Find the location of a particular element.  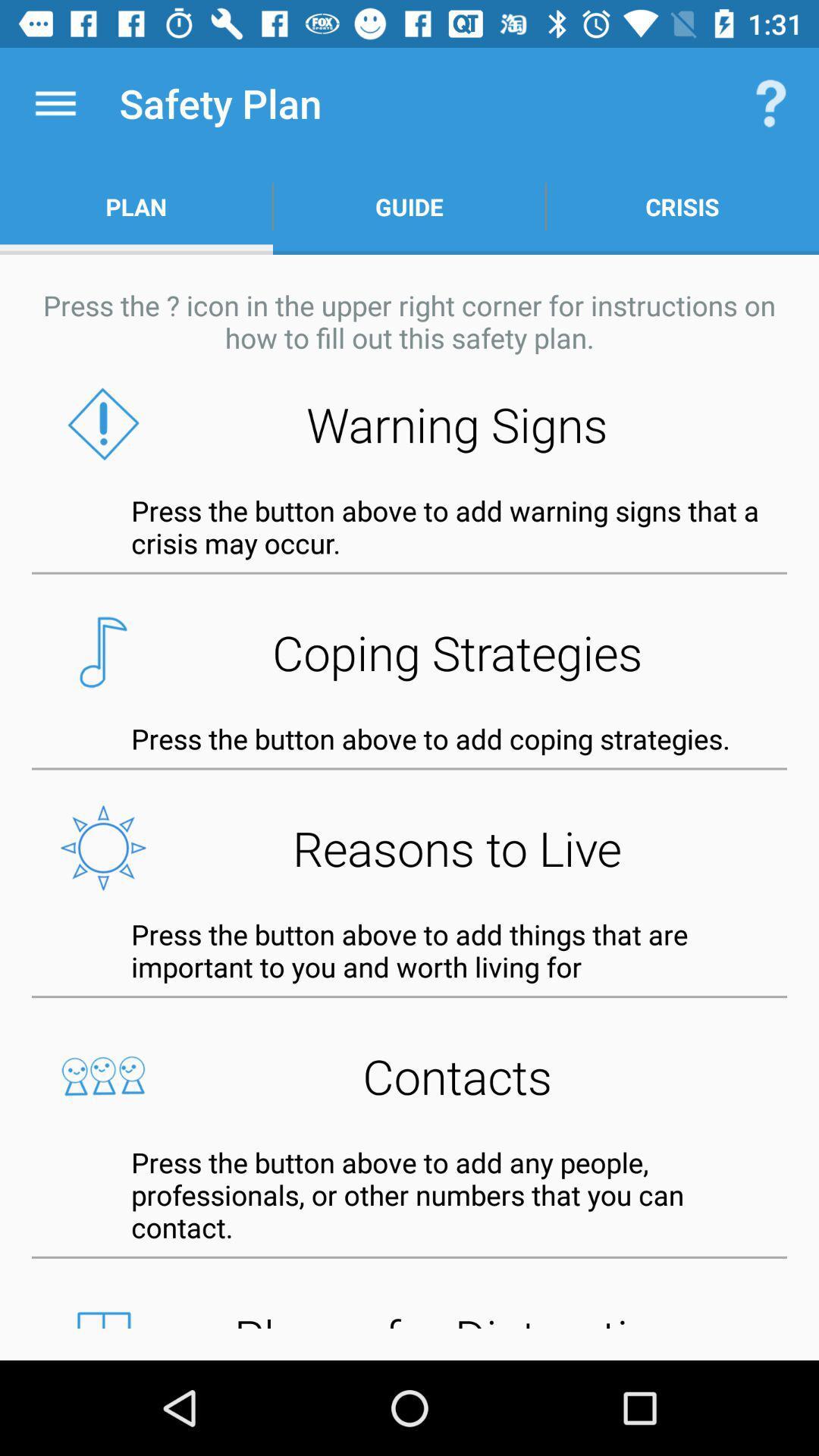

the item above the press the icon app is located at coordinates (409, 206).